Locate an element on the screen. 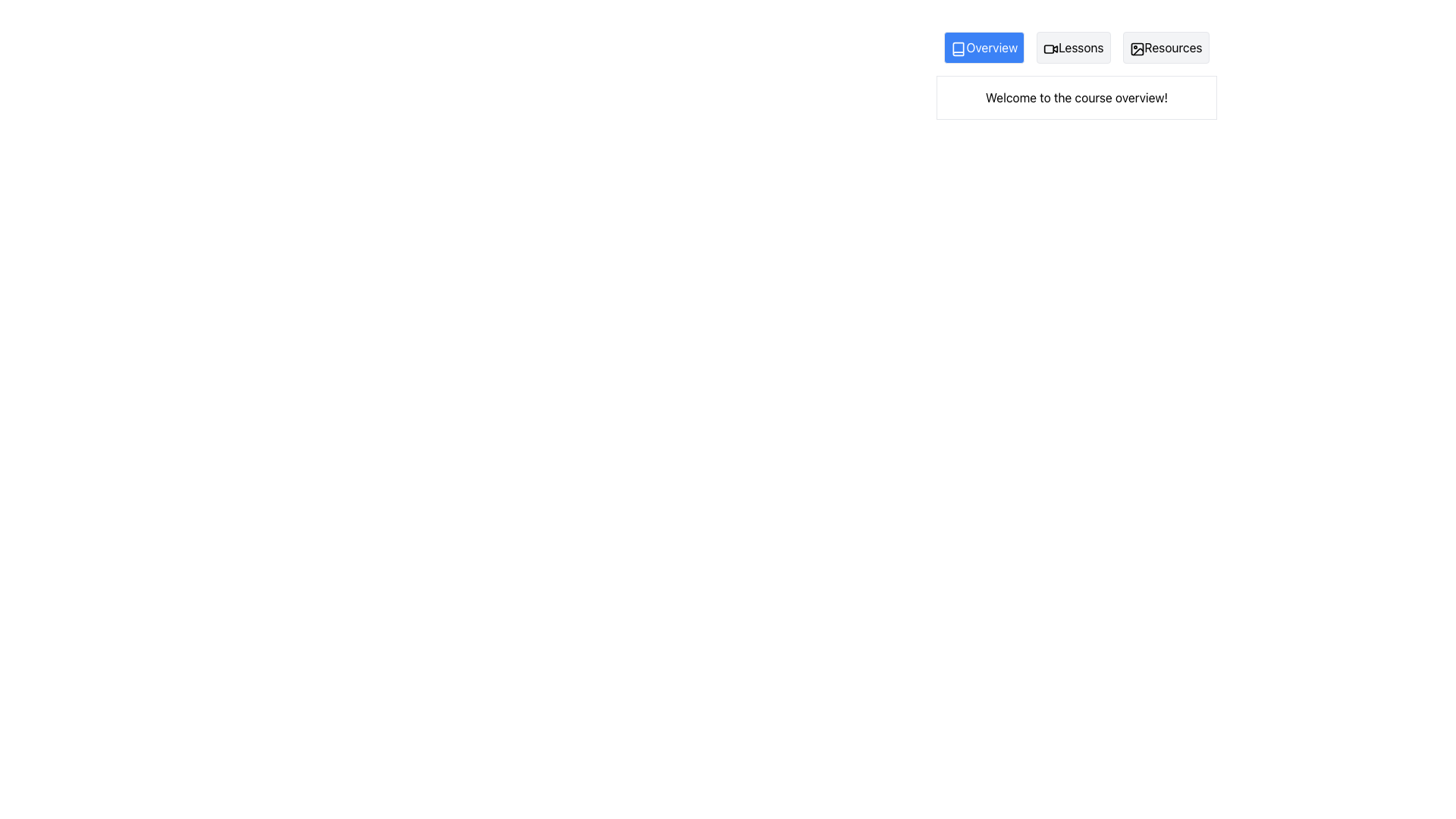  the small rounded rectangle within the media or attachment icon located in the top-right section of the interface is located at coordinates (1137, 48).